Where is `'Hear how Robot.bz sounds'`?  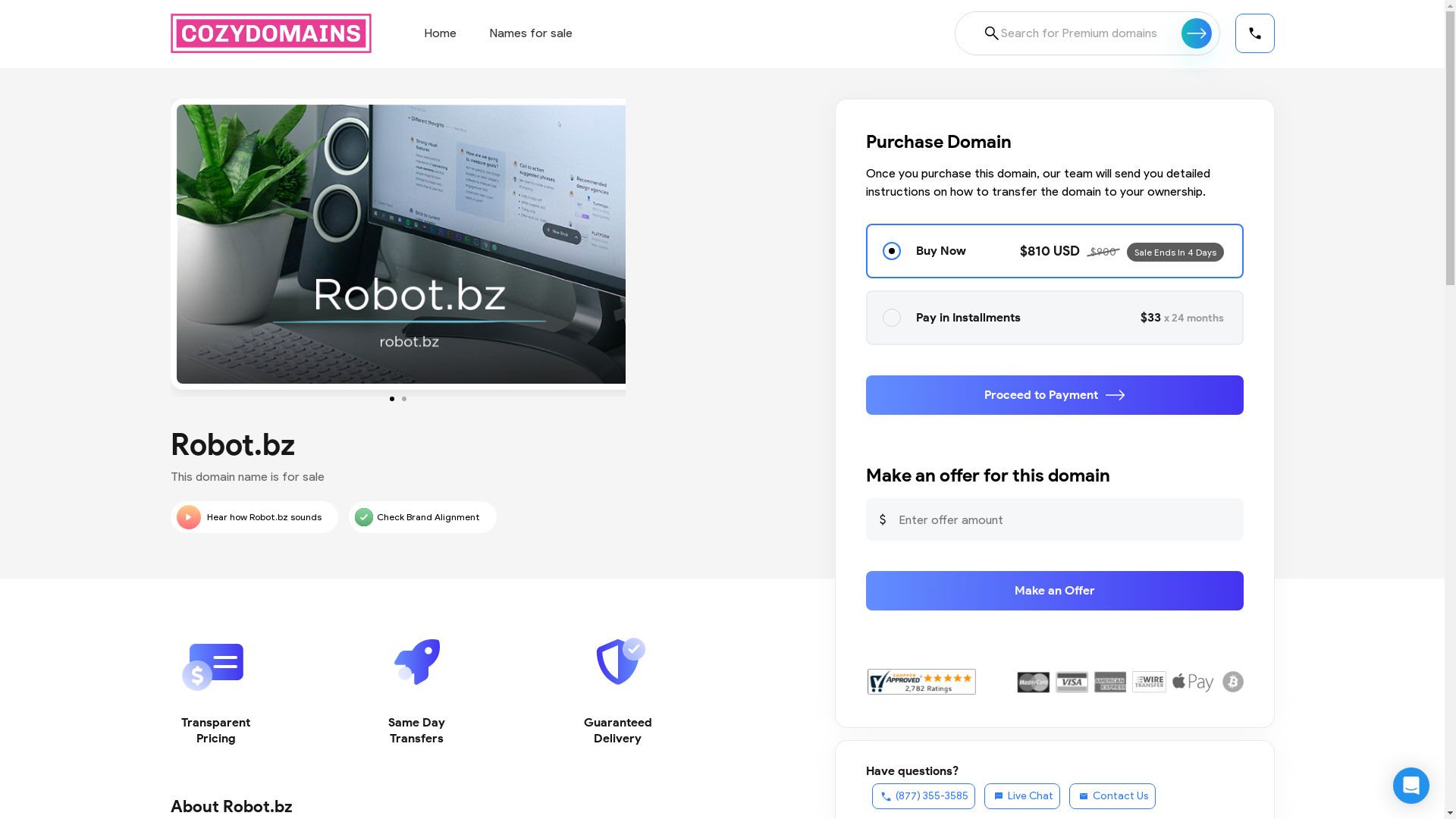 'Hear how Robot.bz sounds' is located at coordinates (253, 516).